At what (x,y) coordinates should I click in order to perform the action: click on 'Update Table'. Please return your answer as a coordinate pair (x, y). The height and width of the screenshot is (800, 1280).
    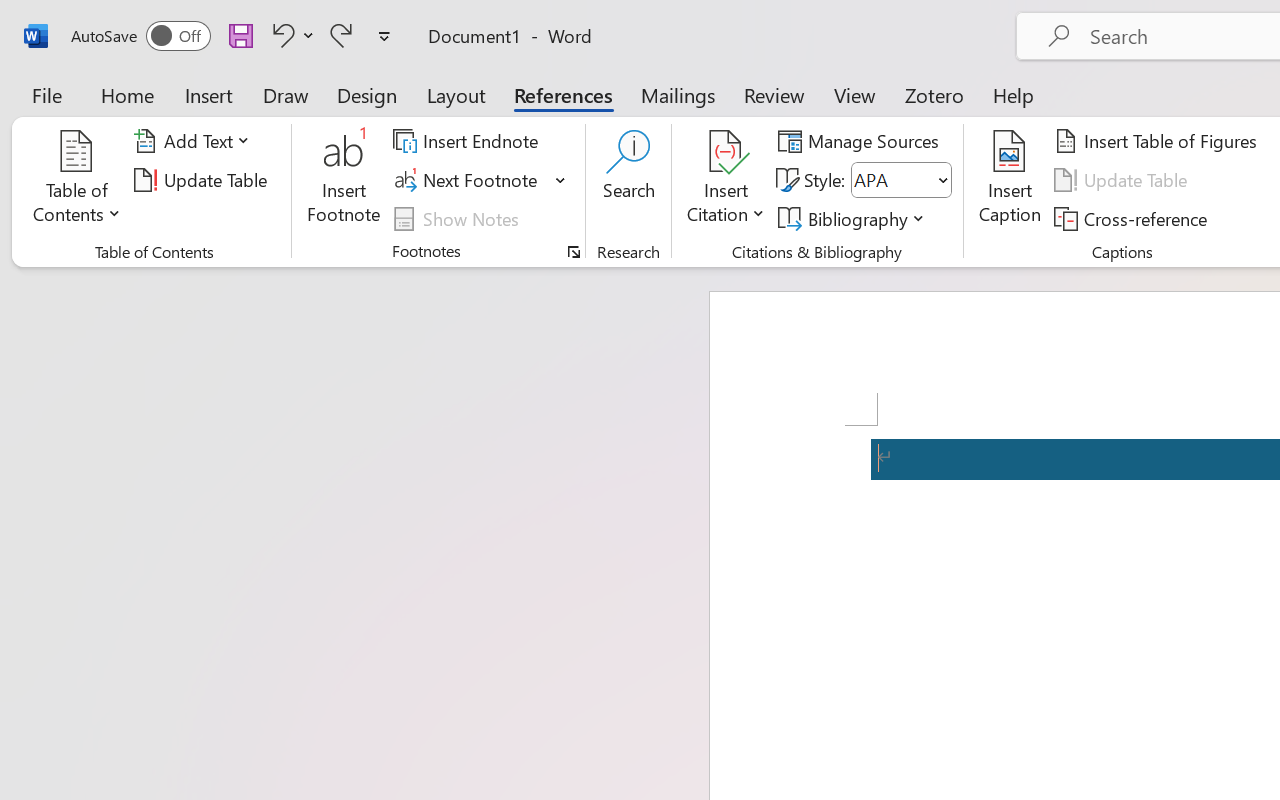
    Looking at the image, I should click on (1124, 179).